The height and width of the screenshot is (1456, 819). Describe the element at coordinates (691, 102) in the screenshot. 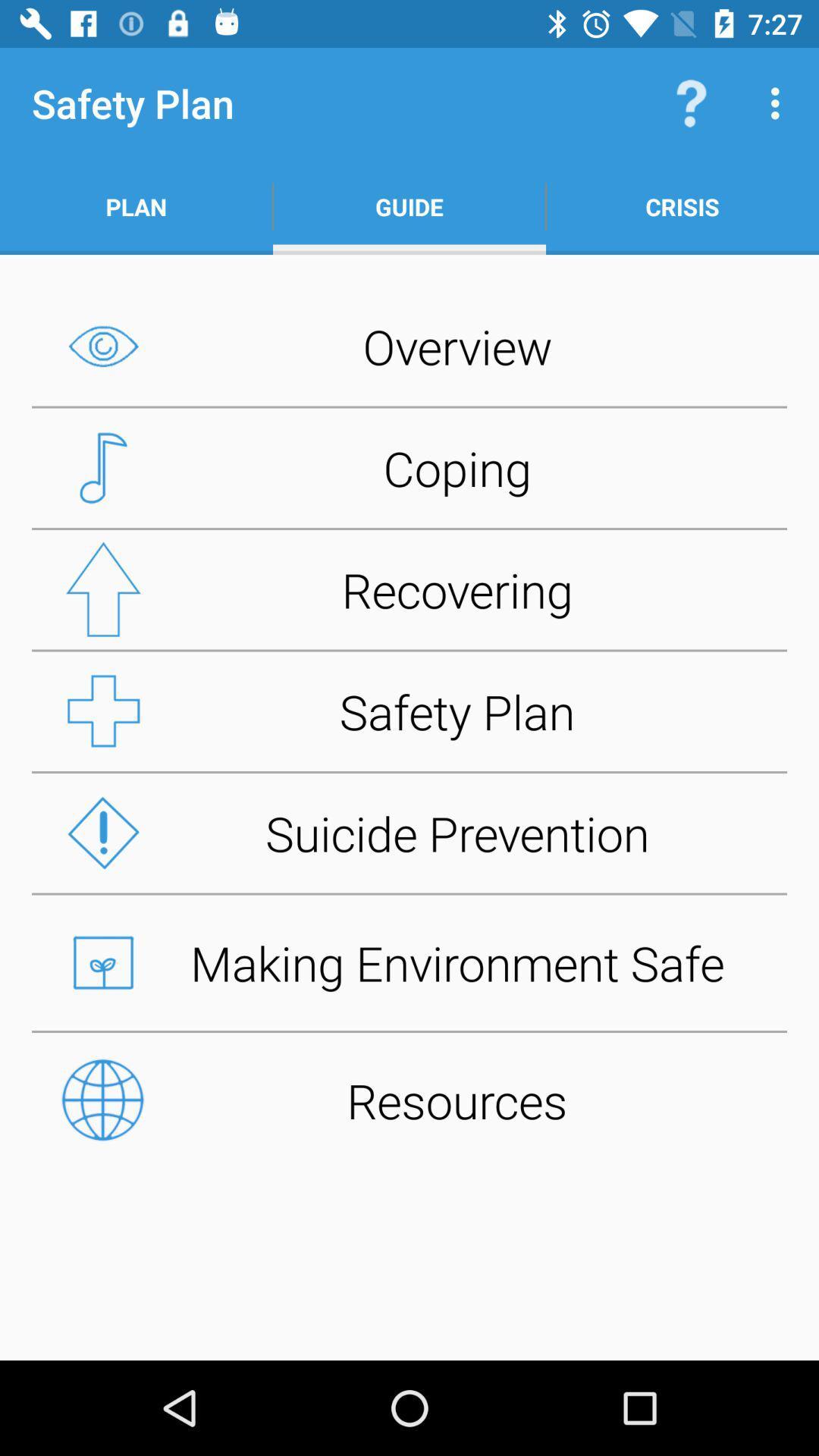

I see `the app next to the guide` at that location.